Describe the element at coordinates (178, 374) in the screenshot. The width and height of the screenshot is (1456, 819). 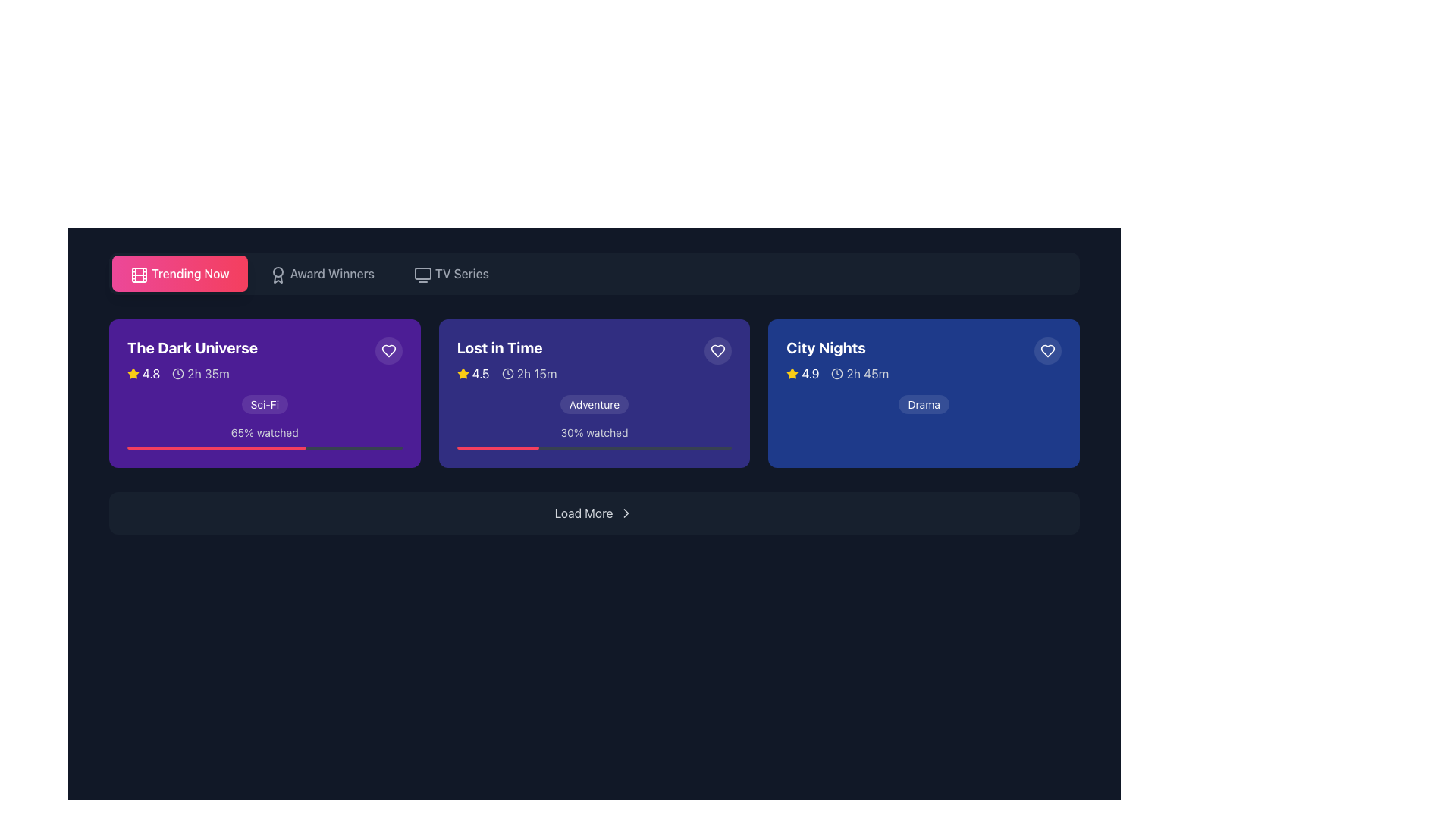
I see `the circular clock icon located within 'The Dark Universe' card, adjacent to the time duration text '2h 35m'` at that location.